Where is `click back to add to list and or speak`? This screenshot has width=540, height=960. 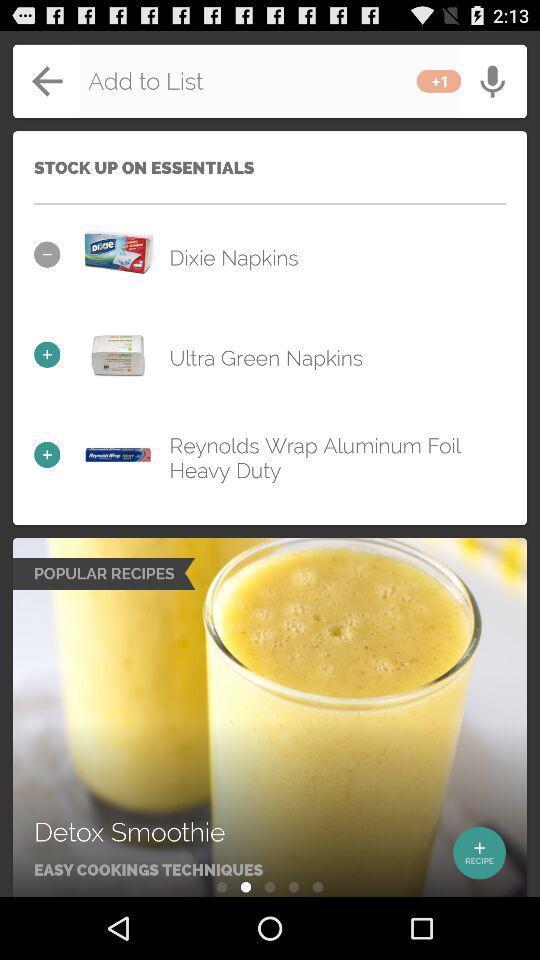
click back to add to list and or speak is located at coordinates (270, 81).